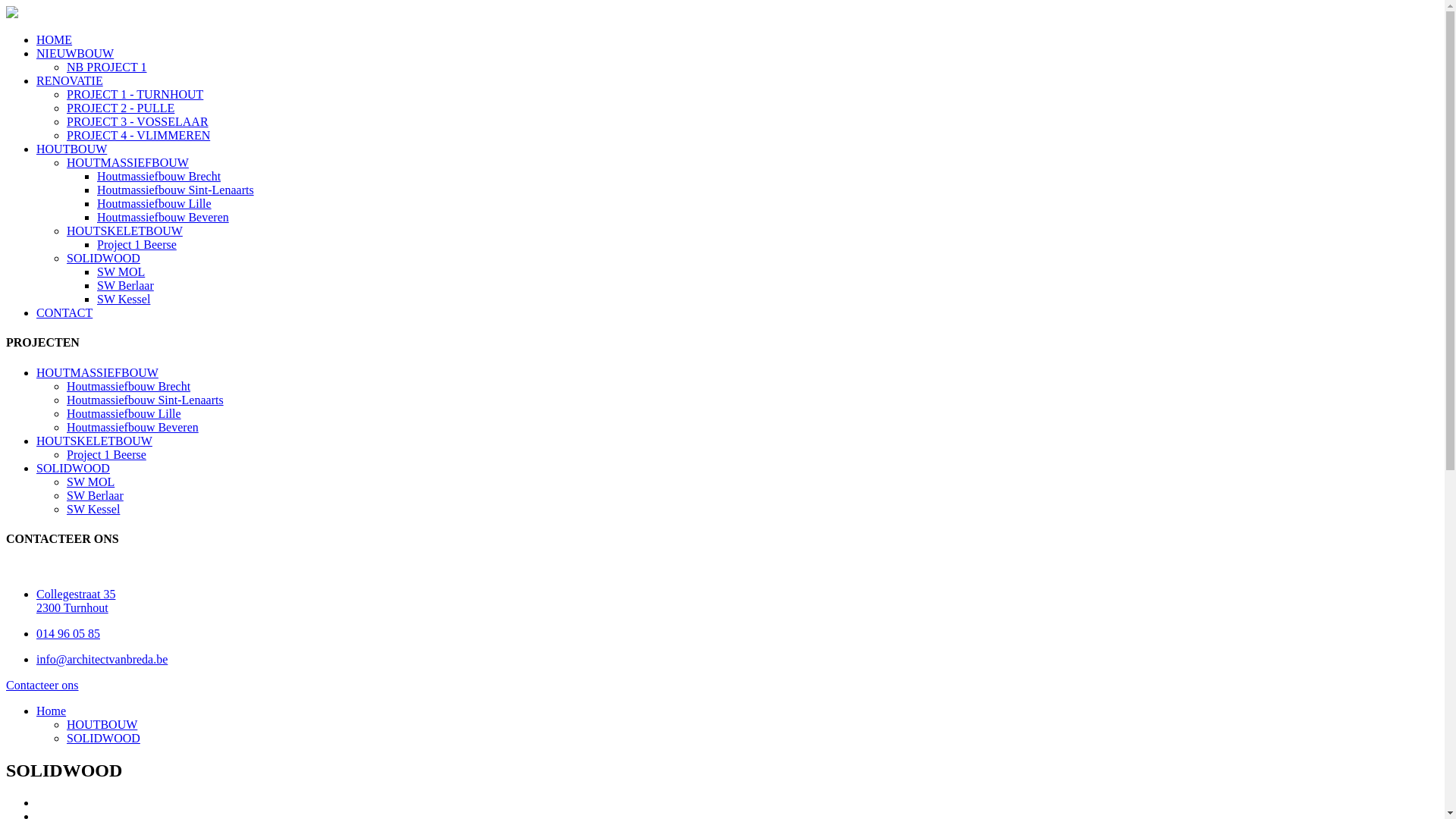  I want to click on 'CONTACT', so click(64, 312).